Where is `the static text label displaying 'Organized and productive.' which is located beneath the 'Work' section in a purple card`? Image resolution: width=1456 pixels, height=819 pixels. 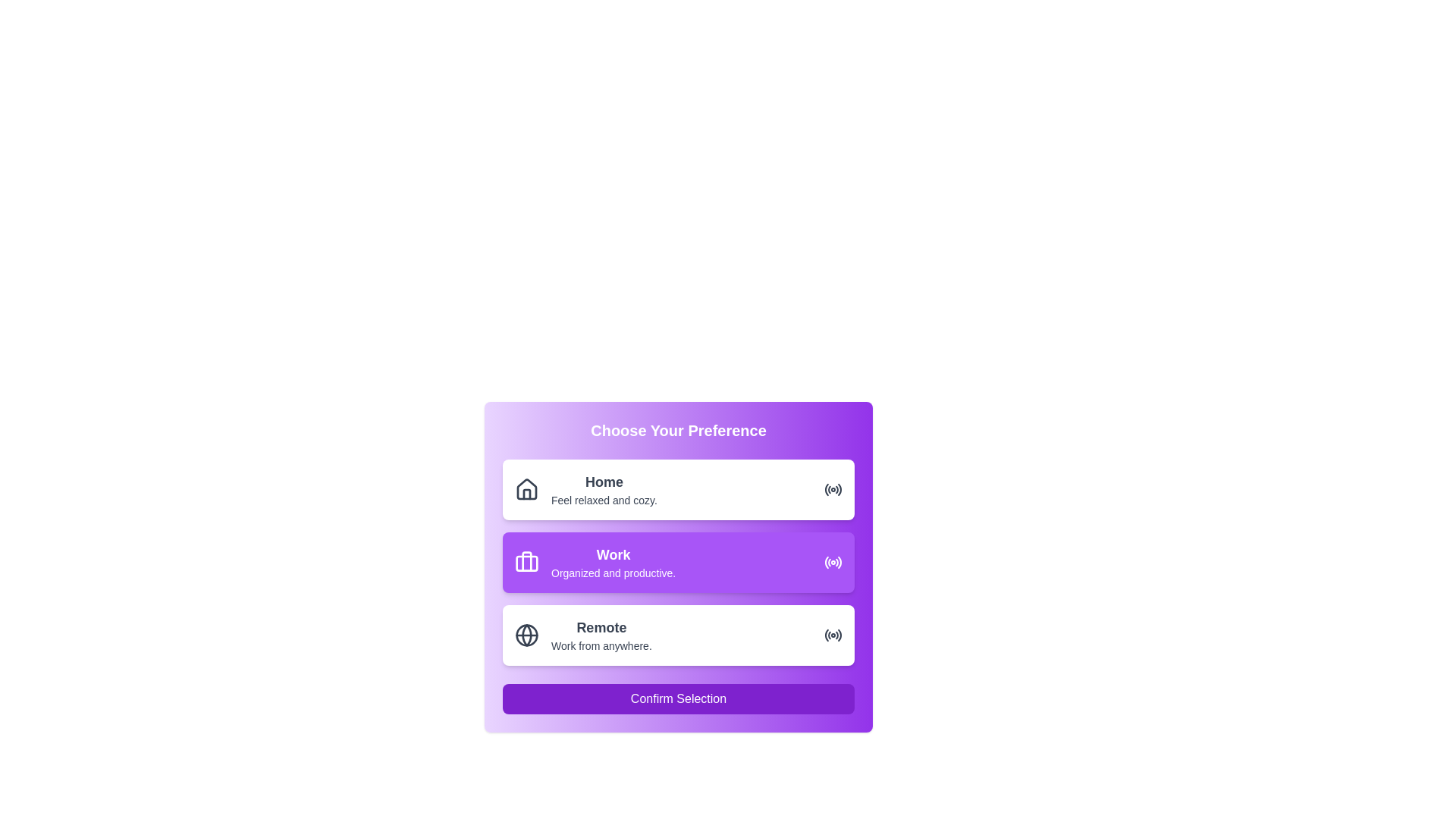
the static text label displaying 'Organized and productive.' which is located beneath the 'Work' section in a purple card is located at coordinates (613, 573).